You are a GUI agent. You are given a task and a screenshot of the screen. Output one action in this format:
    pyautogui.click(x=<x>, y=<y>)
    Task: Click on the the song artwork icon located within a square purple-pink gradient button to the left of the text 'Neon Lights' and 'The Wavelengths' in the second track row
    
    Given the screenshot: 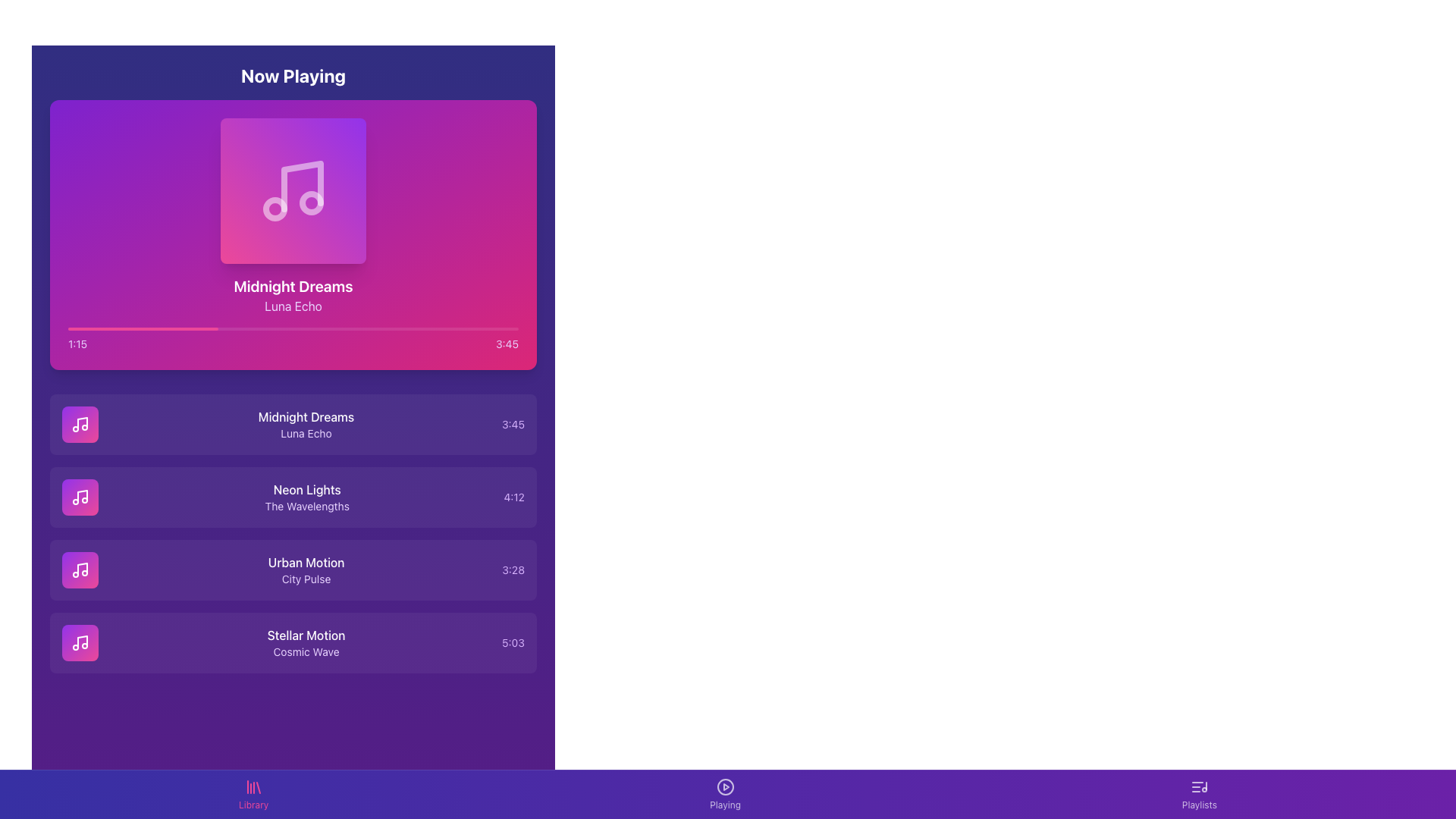 What is the action you would take?
    pyautogui.click(x=79, y=497)
    